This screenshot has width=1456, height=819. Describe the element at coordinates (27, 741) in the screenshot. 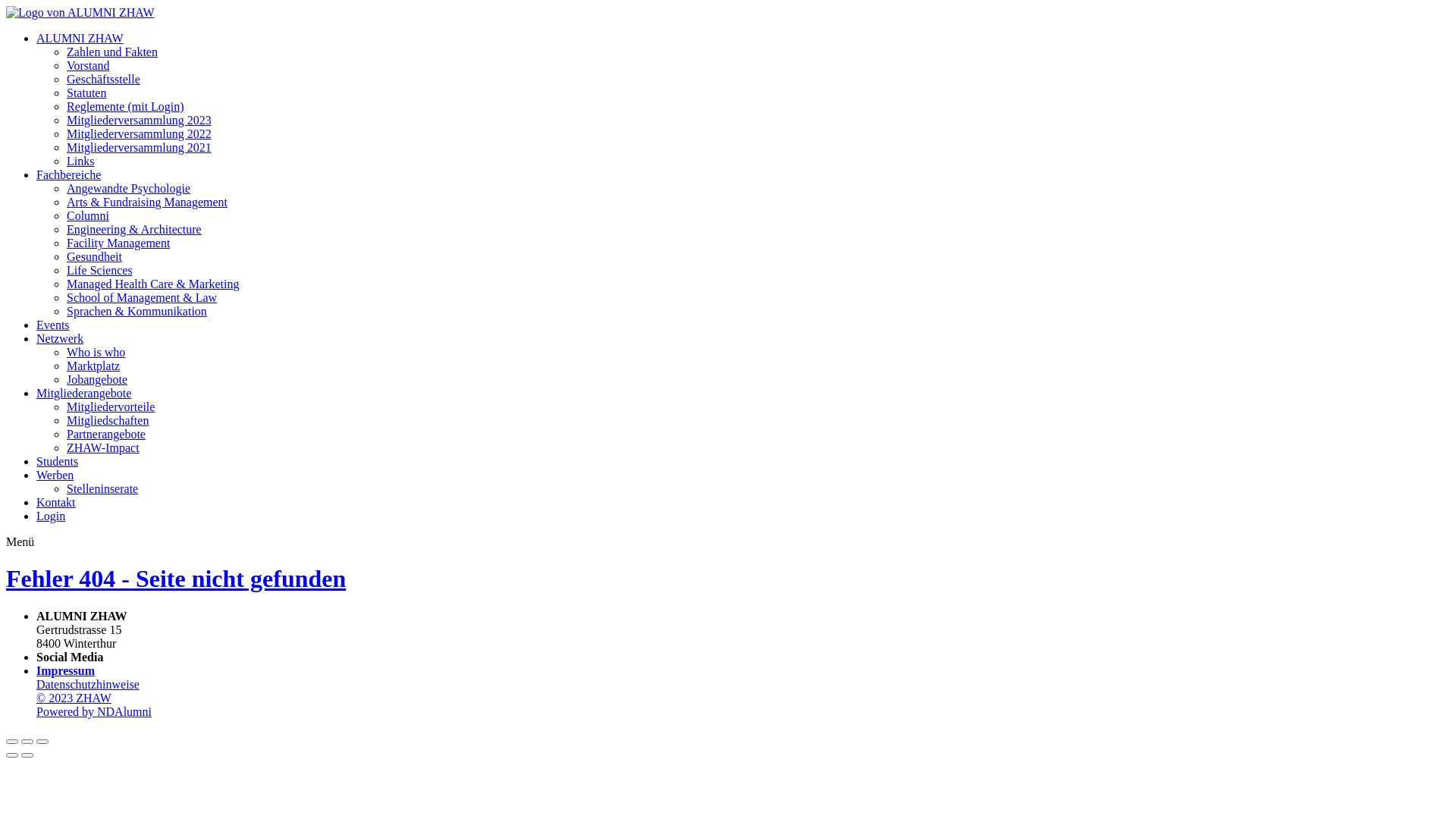

I see `'Vollbild'` at that location.